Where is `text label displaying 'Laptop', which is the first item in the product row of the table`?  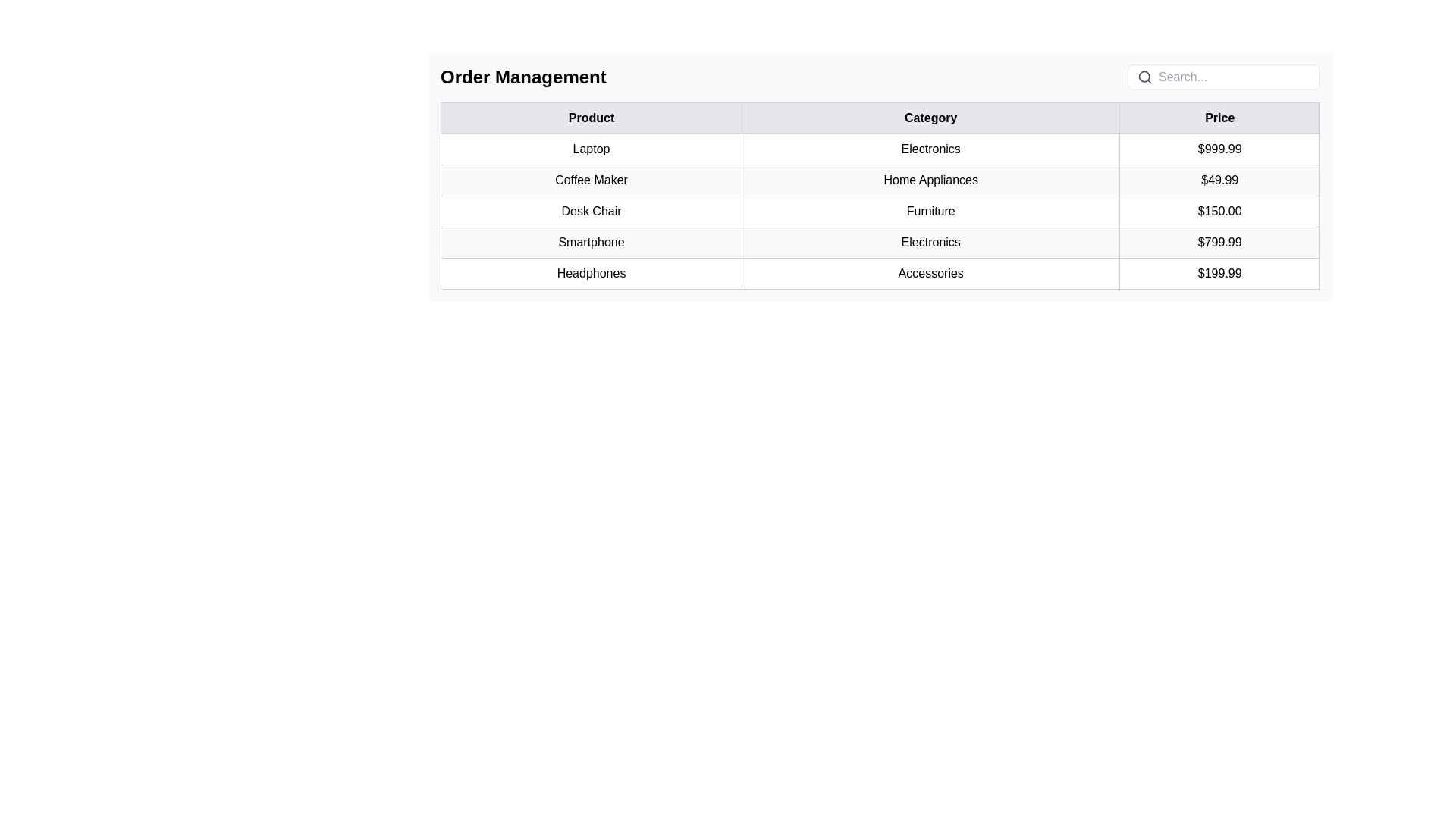
text label displaying 'Laptop', which is the first item in the product row of the table is located at coordinates (591, 149).